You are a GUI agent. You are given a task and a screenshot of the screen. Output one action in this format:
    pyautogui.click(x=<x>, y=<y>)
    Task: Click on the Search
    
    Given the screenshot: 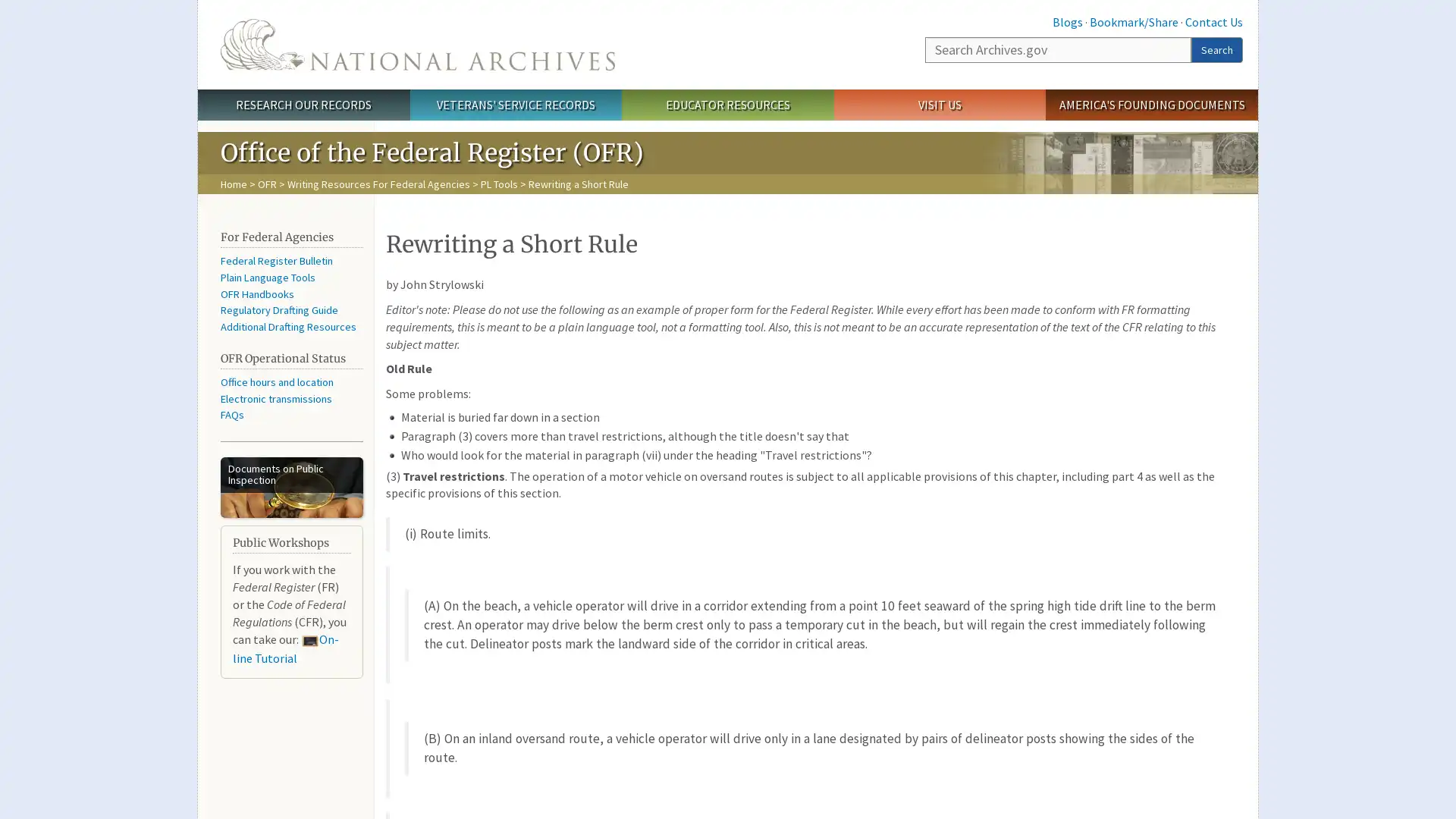 What is the action you would take?
    pyautogui.click(x=1216, y=49)
    